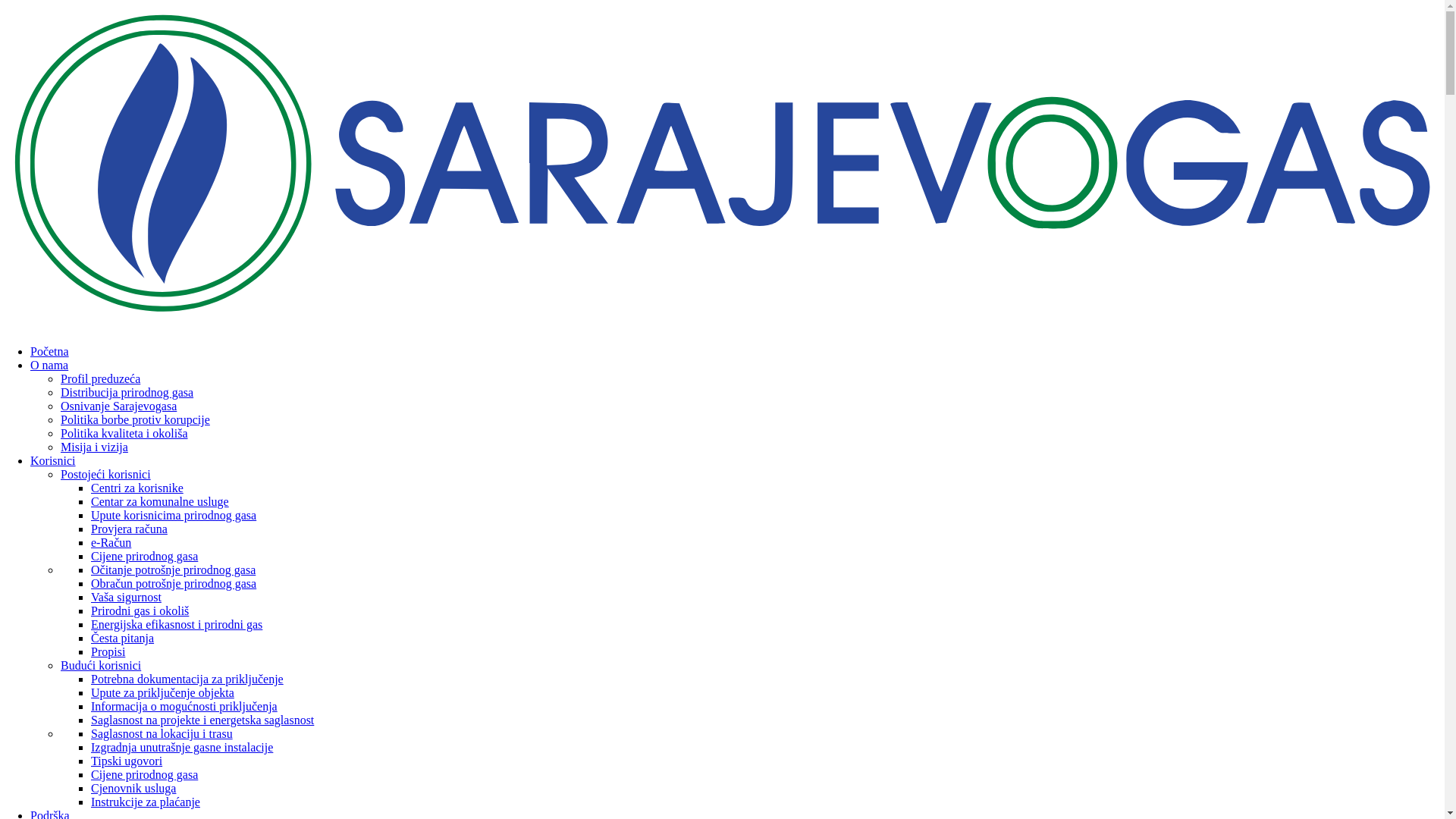 This screenshot has width=1456, height=819. What do you see at coordinates (162, 733) in the screenshot?
I see `'Saglasnost na lokaciju i trasu'` at bounding box center [162, 733].